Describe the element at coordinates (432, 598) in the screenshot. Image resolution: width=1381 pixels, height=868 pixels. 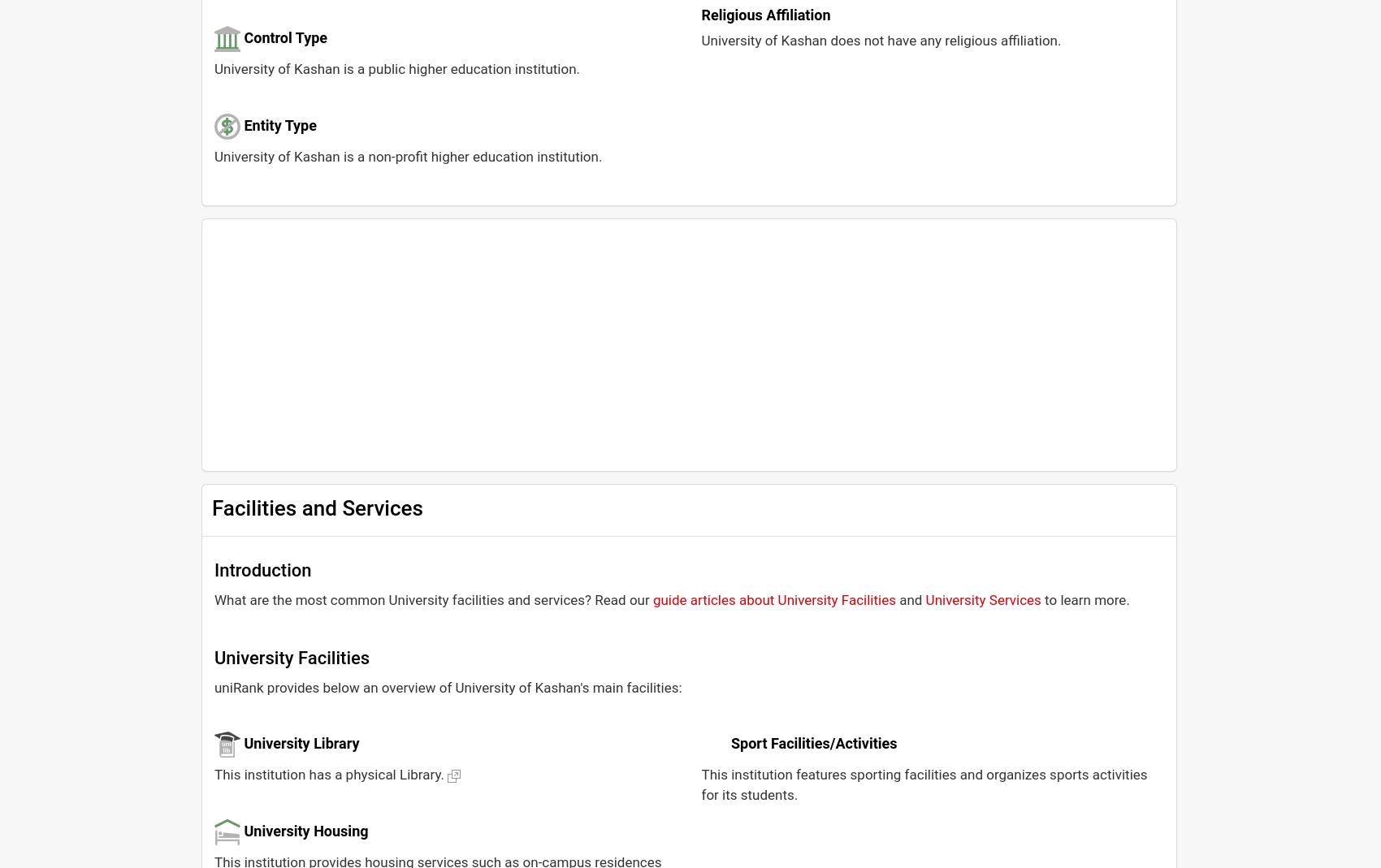
I see `'What are the most common University facilities and services? Read our'` at that location.